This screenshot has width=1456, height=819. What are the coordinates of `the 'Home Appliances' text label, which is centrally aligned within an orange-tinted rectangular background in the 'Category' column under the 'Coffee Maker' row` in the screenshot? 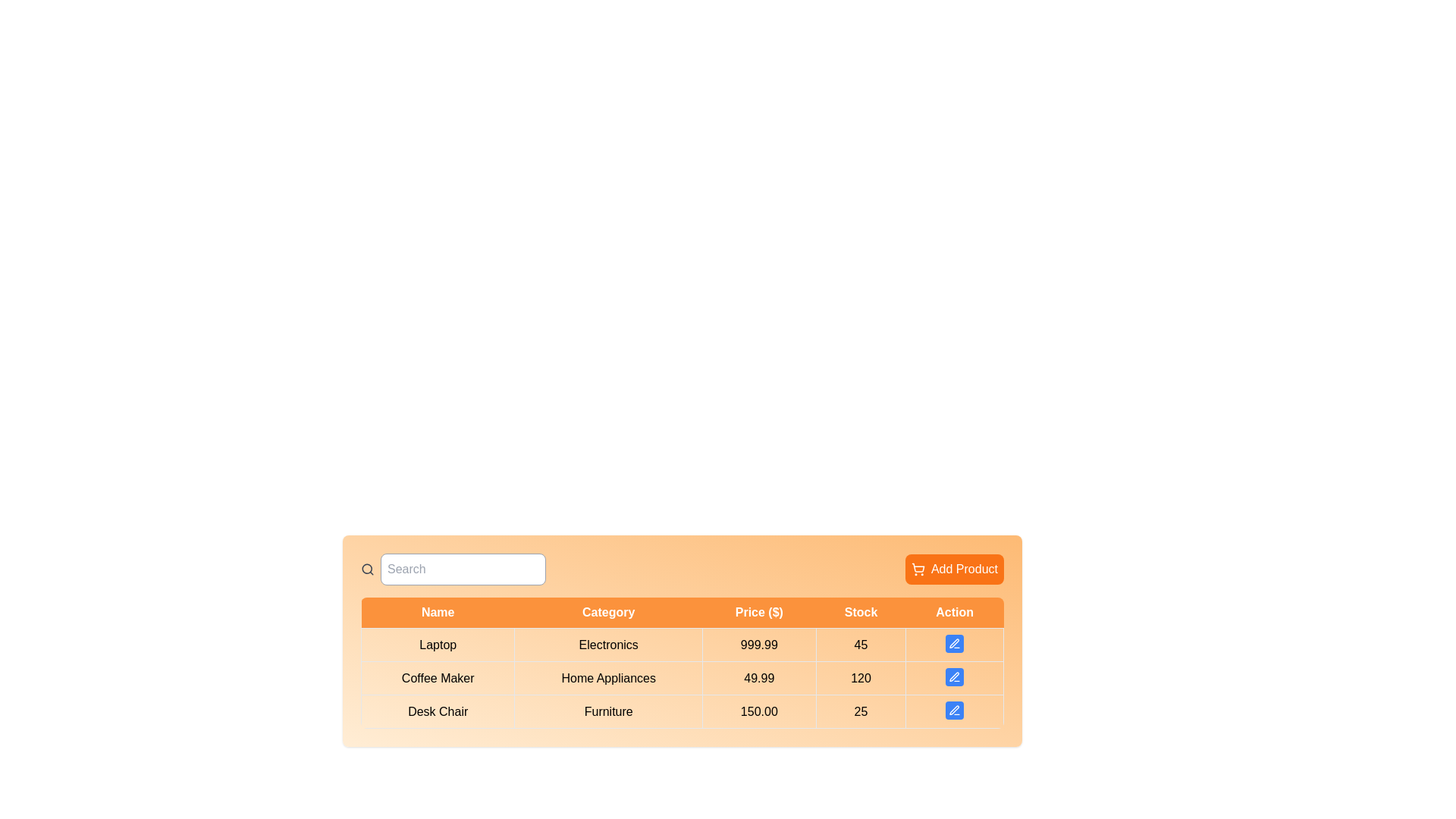 It's located at (608, 677).